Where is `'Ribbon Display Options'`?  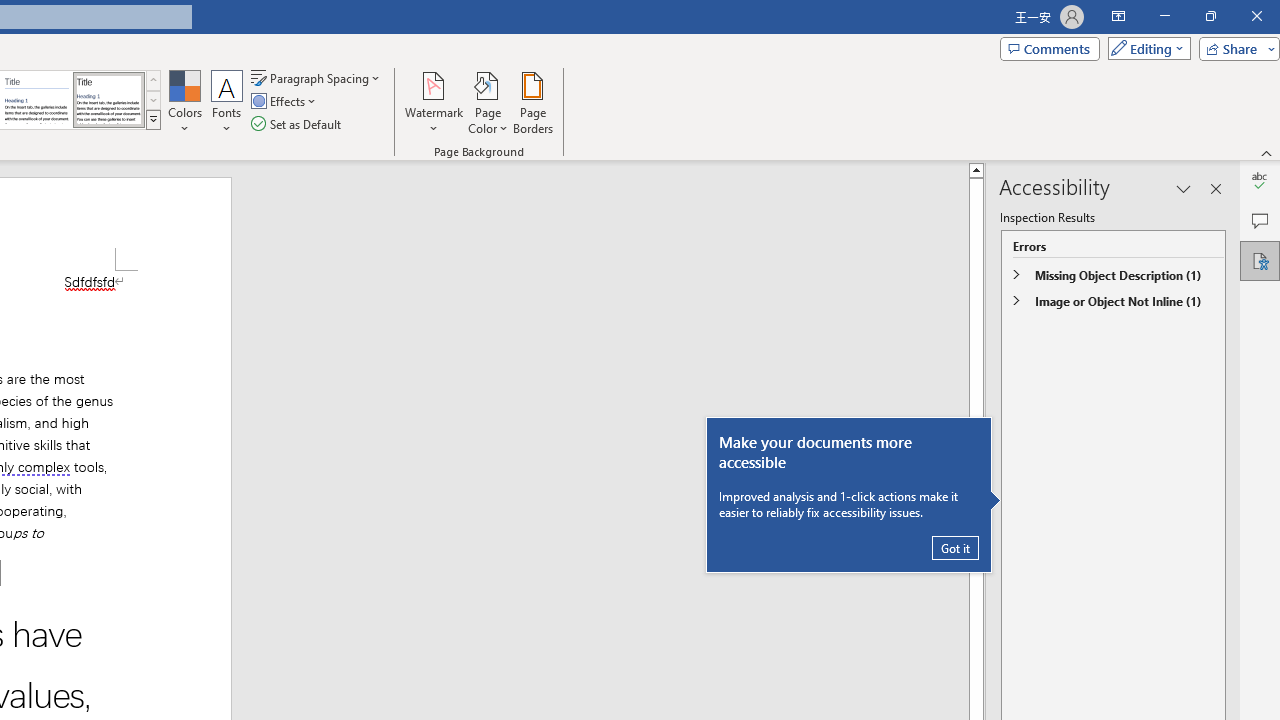 'Ribbon Display Options' is located at coordinates (1117, 16).